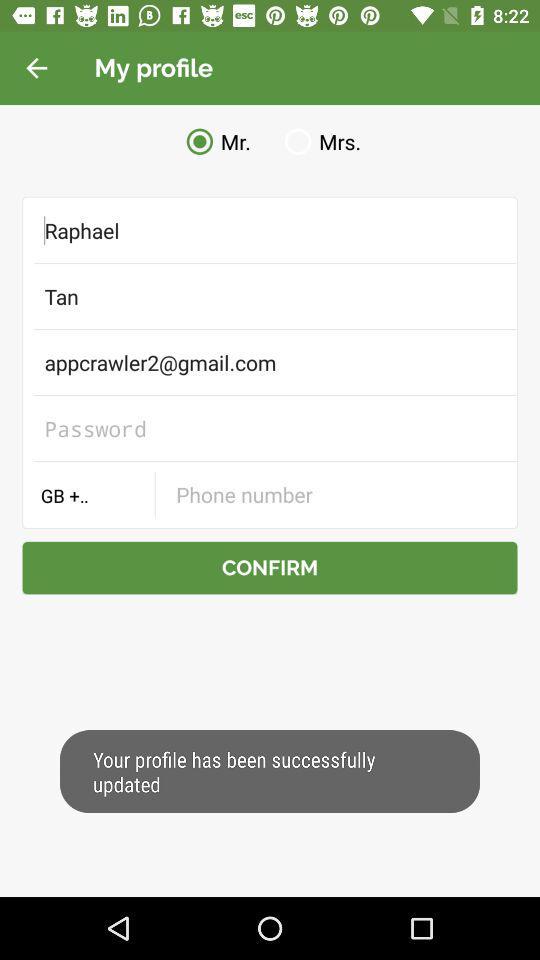  Describe the element at coordinates (335, 493) in the screenshot. I see `phone number` at that location.